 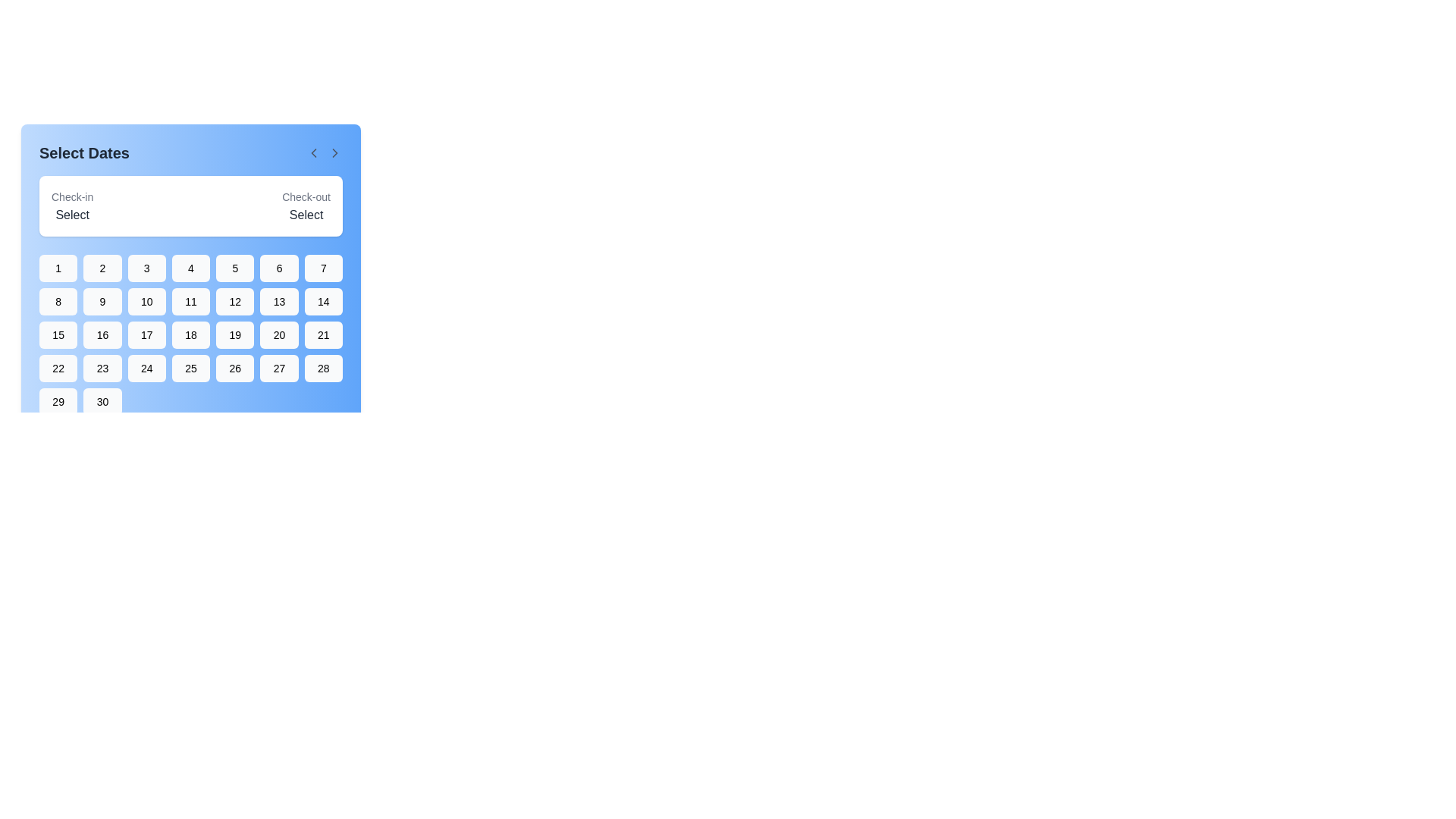 What do you see at coordinates (102, 369) in the screenshot?
I see `the selectable day button in the calendar interface, located in the fifth row and second column, between buttons '22' and '24'` at bounding box center [102, 369].